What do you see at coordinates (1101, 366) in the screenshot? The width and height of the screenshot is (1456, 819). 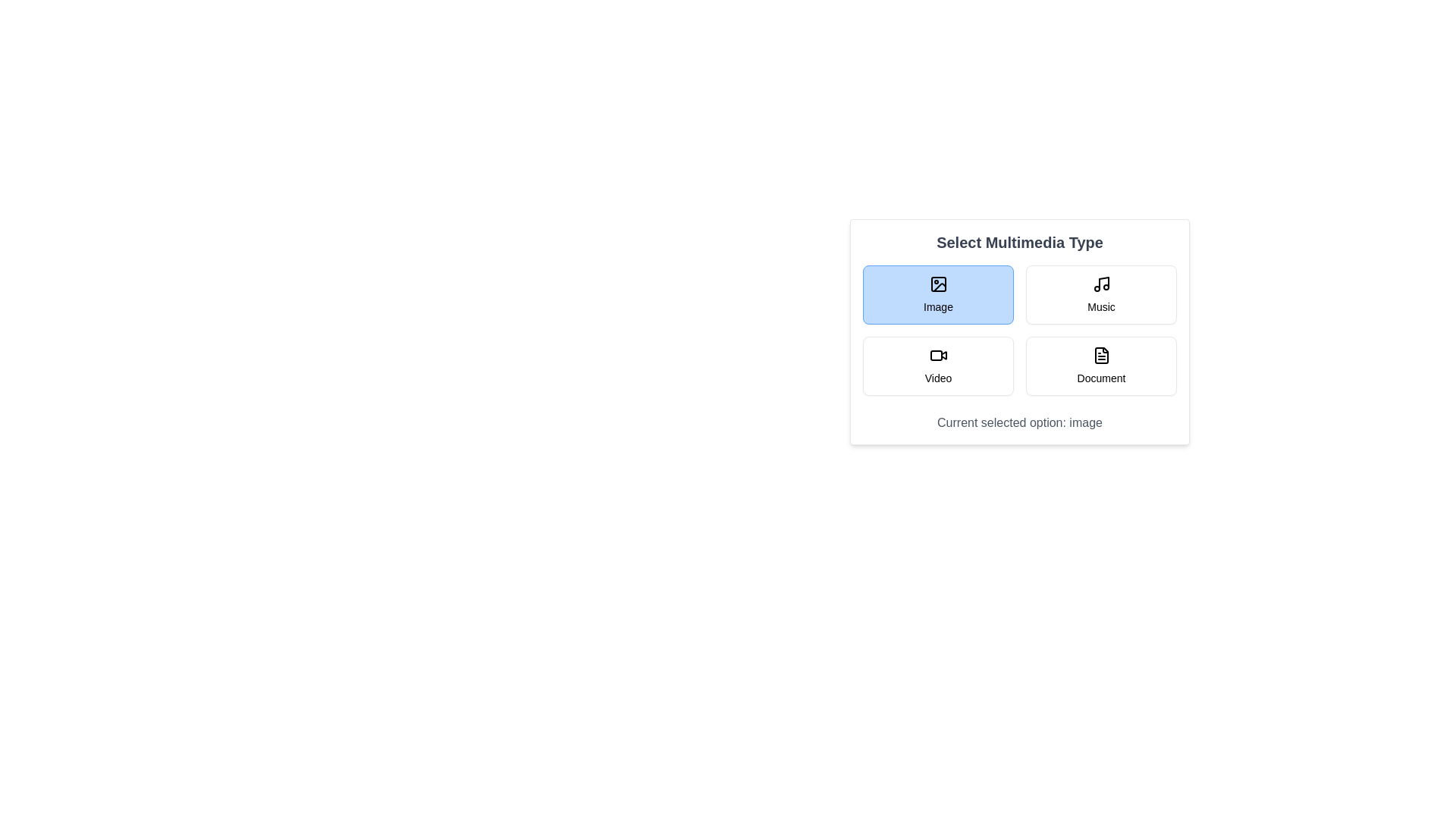 I see `the multimedia type Document by clicking the corresponding button` at bounding box center [1101, 366].